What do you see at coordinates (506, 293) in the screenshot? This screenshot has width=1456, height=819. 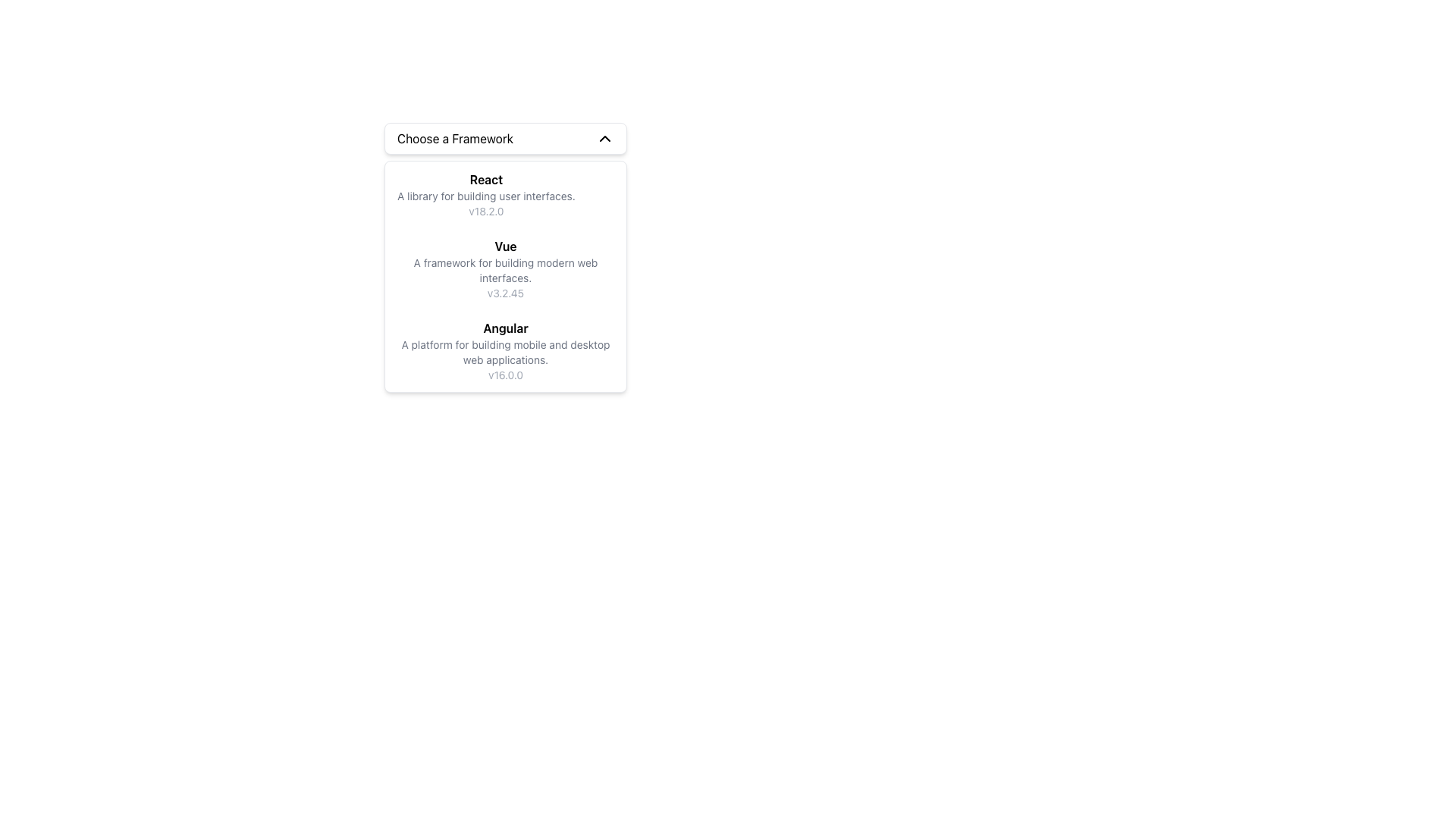 I see `the static informational label displaying the version number of the Vue framework, located below the descriptive text 'A framework for building modern web interfaces.'` at bounding box center [506, 293].